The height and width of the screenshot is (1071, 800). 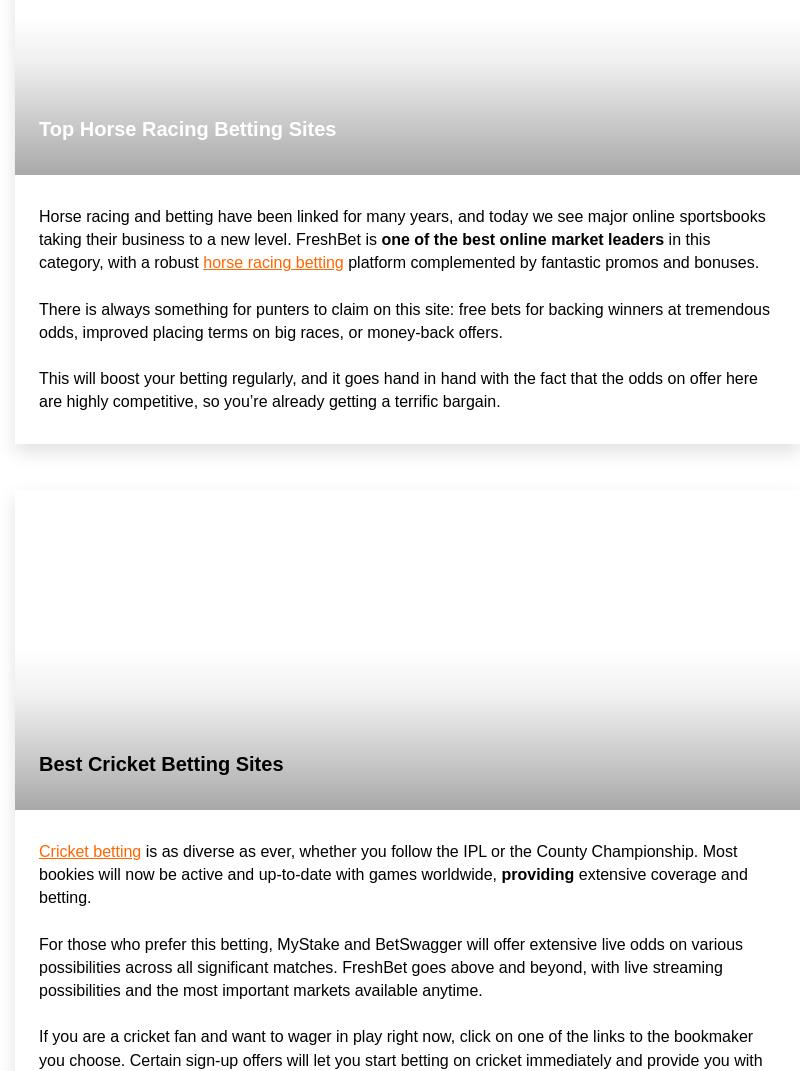 What do you see at coordinates (404, 319) in the screenshot?
I see `'There is always something for punters to claim on this site: free bets for backing winners at tremendous odds, improved placing terms on big races, or money-back offers.'` at bounding box center [404, 319].